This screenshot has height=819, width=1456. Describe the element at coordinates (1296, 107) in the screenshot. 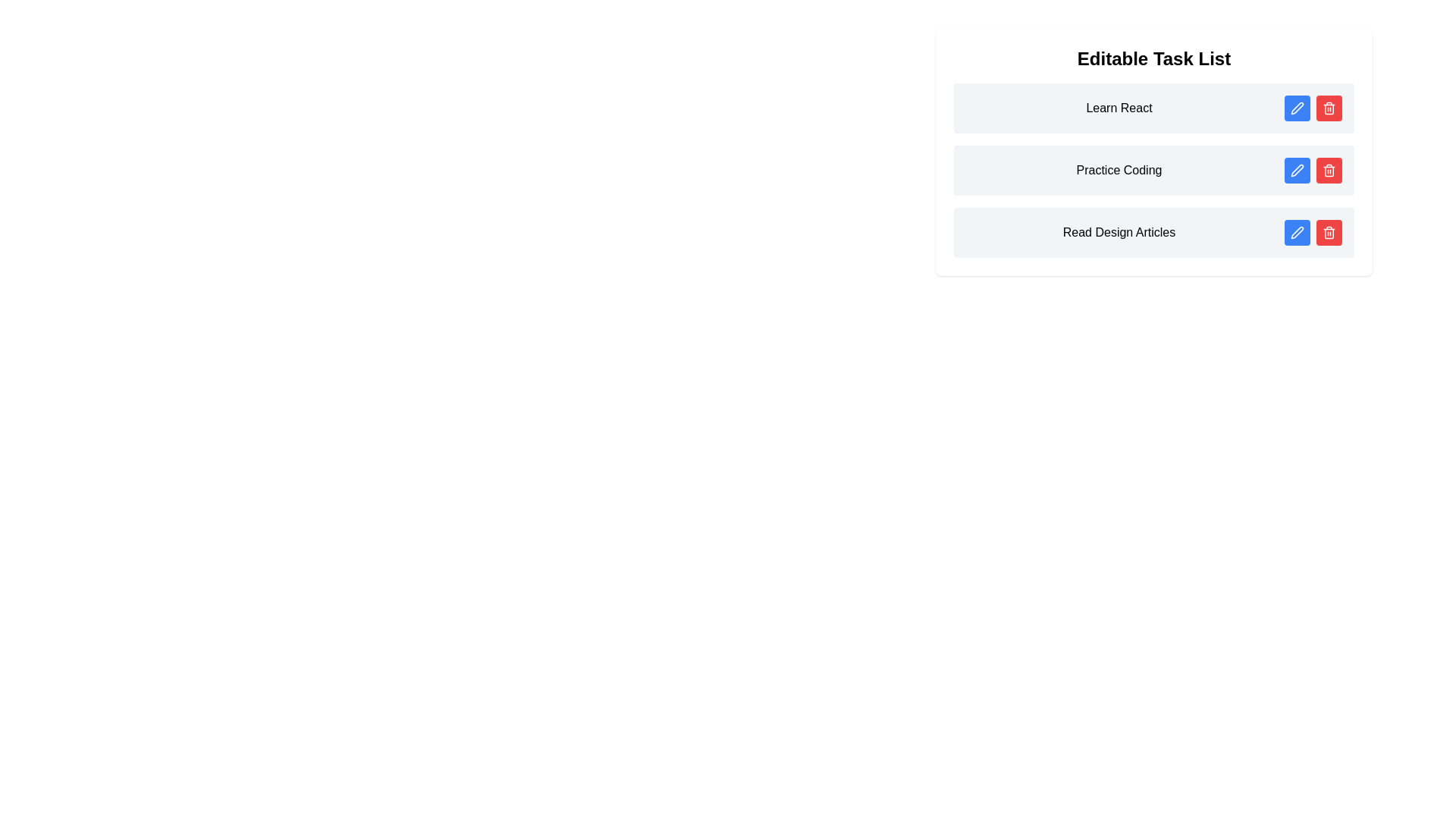

I see `the blue icon button with a white pen icon, located next to the 'Learn React' task item in the editable task list widget to observe its hover effect` at that location.